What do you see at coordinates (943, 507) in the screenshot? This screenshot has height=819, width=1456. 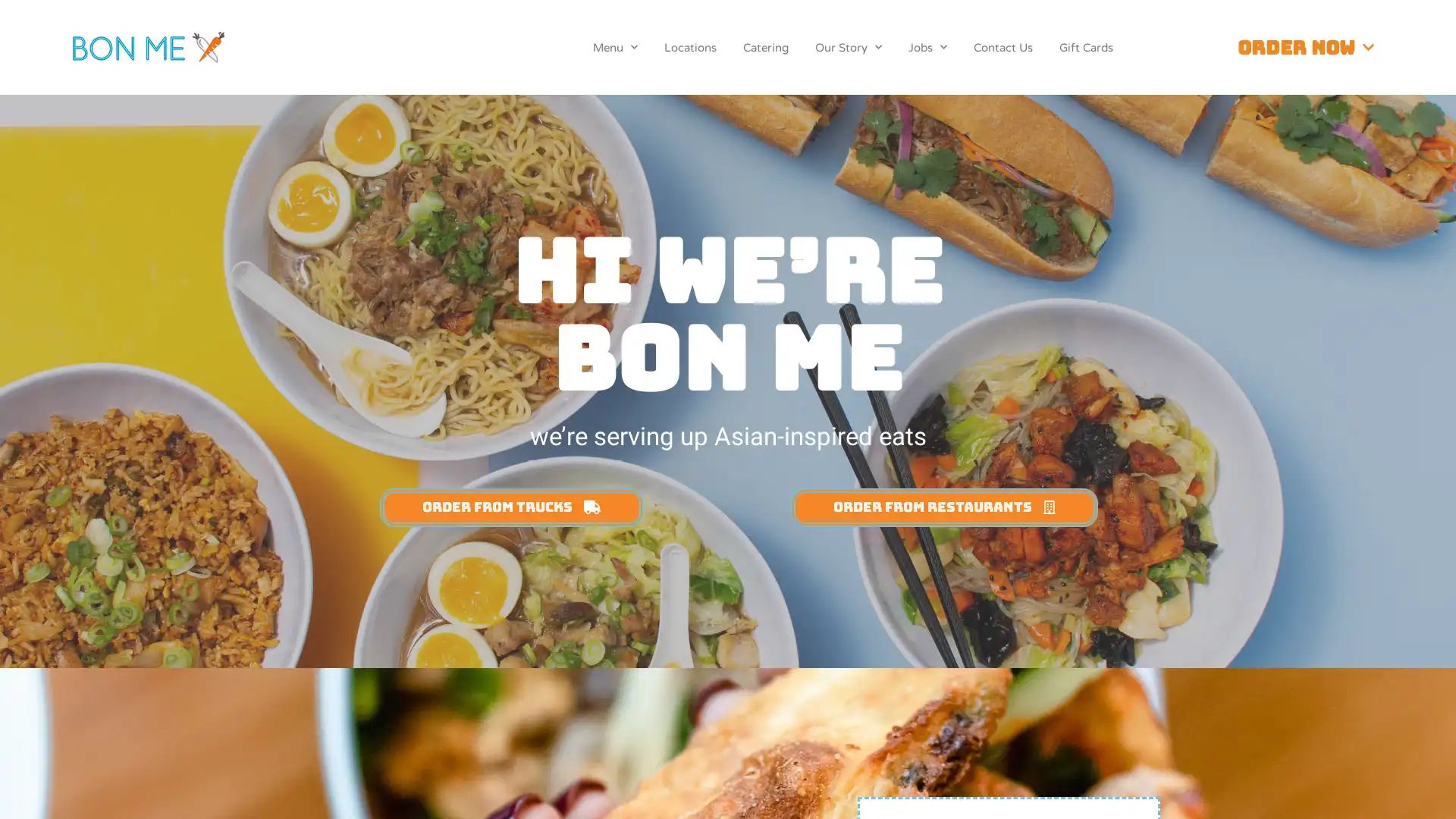 I see `ORDER FROM RESTAURANTS` at bounding box center [943, 507].